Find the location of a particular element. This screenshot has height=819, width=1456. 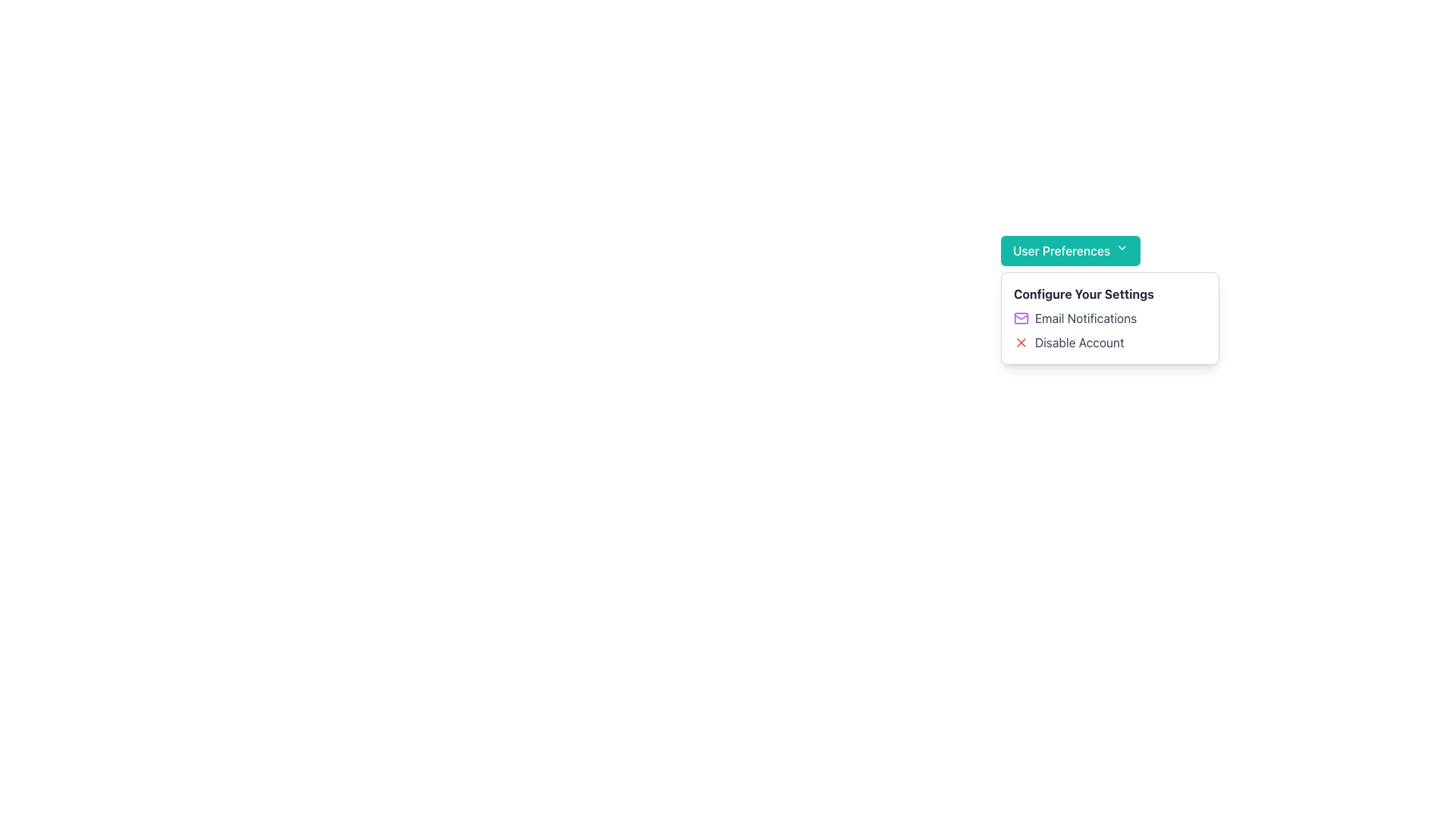

the downward-pointing chevron-shaped icon outlined in white, located to the right of the 'User Preferences' text within a teal button at the top of a dropdown menu is located at coordinates (1122, 247).